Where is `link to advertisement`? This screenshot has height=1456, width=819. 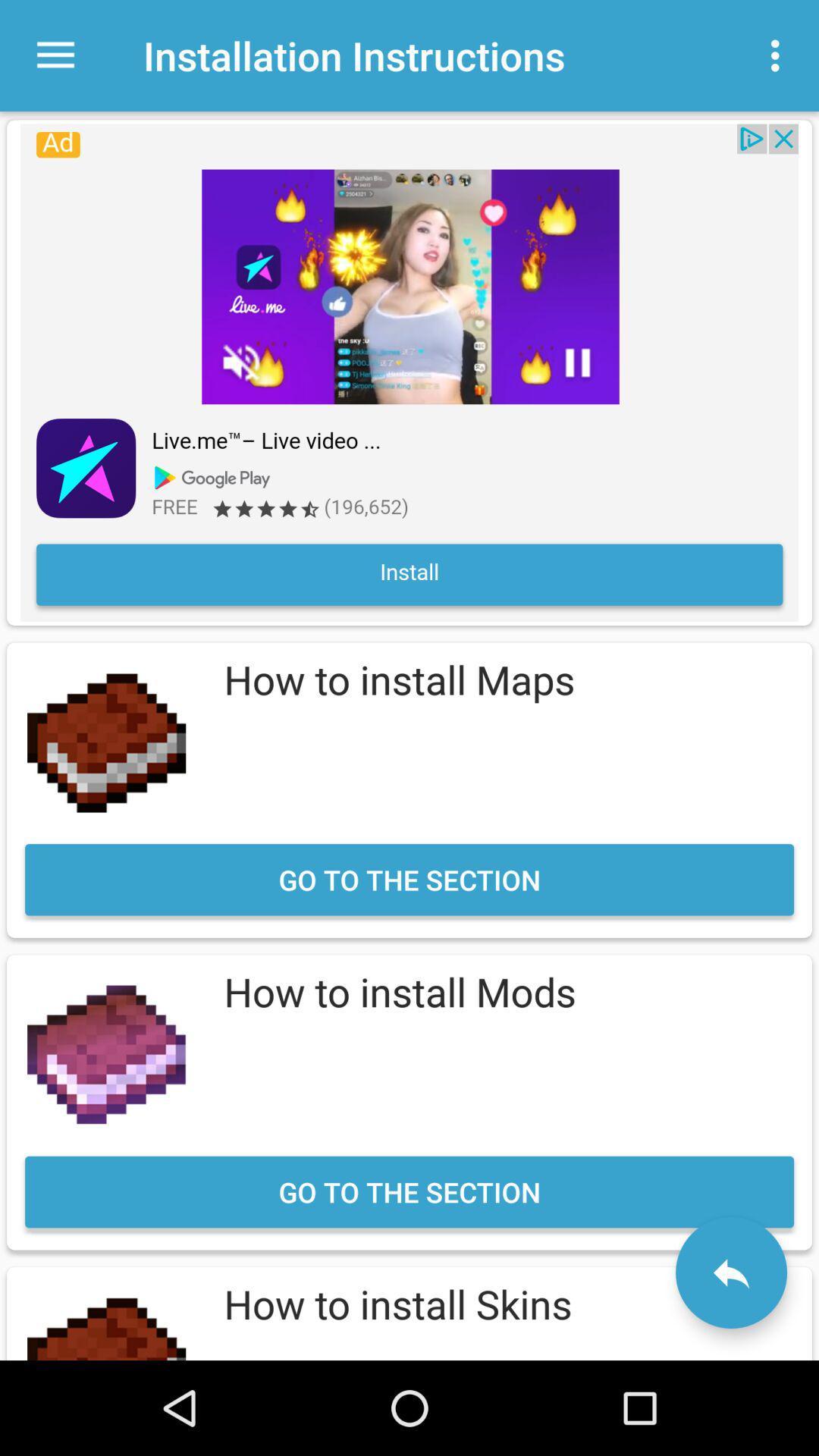 link to advertisement is located at coordinates (409, 372).